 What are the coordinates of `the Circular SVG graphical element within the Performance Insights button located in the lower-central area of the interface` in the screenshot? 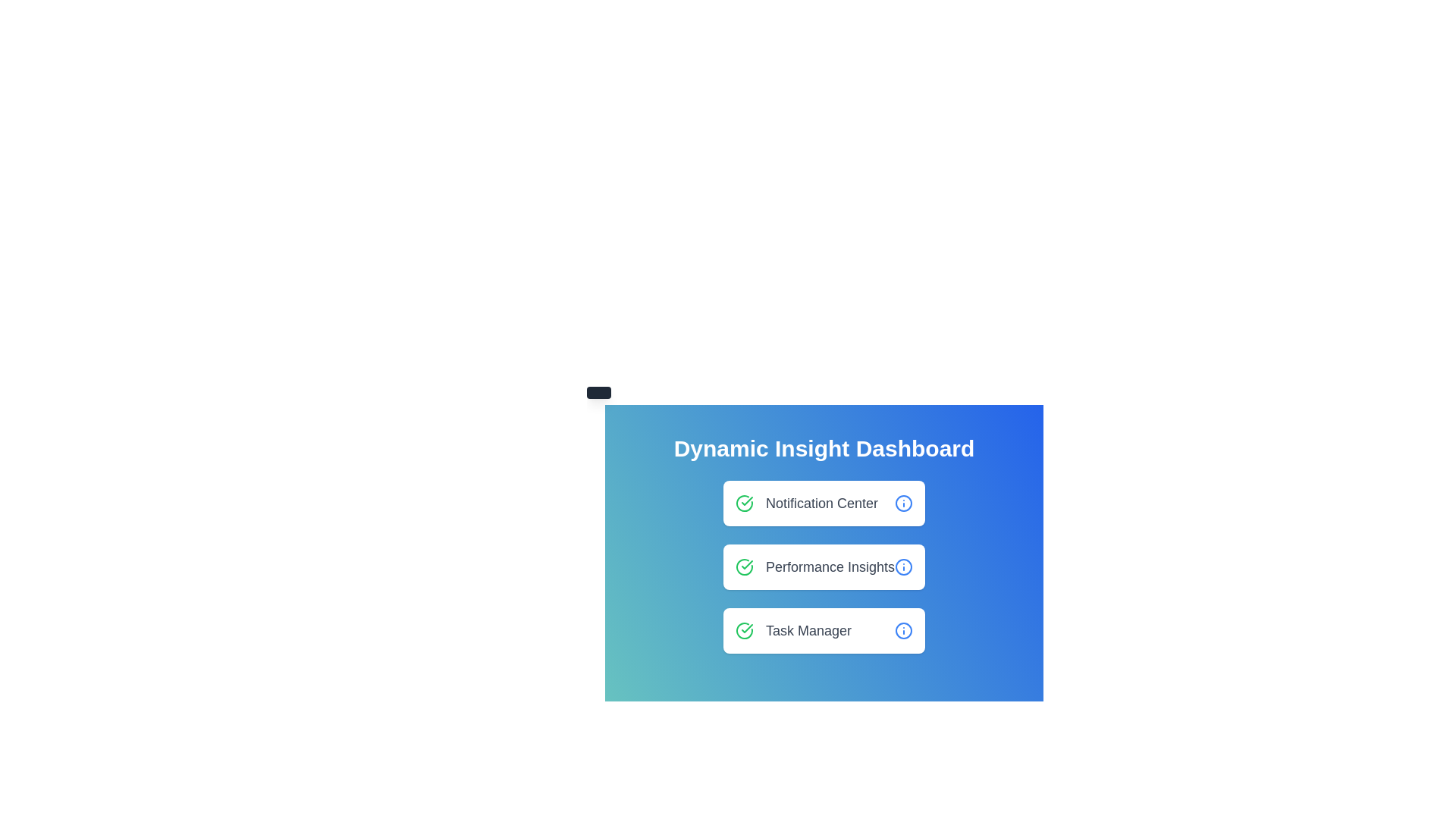 It's located at (903, 503).